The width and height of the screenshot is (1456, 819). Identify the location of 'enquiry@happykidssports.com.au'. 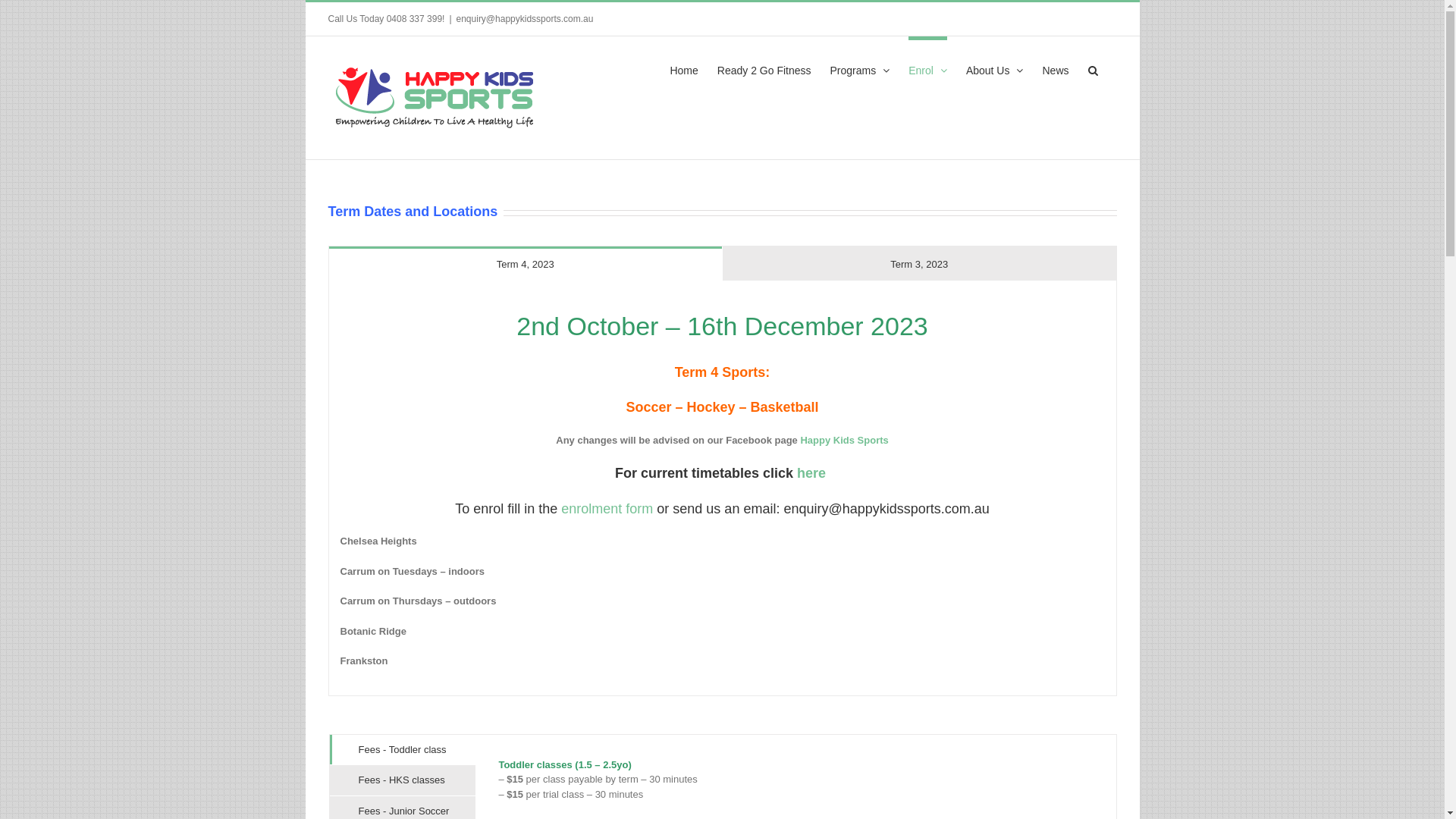
(455, 18).